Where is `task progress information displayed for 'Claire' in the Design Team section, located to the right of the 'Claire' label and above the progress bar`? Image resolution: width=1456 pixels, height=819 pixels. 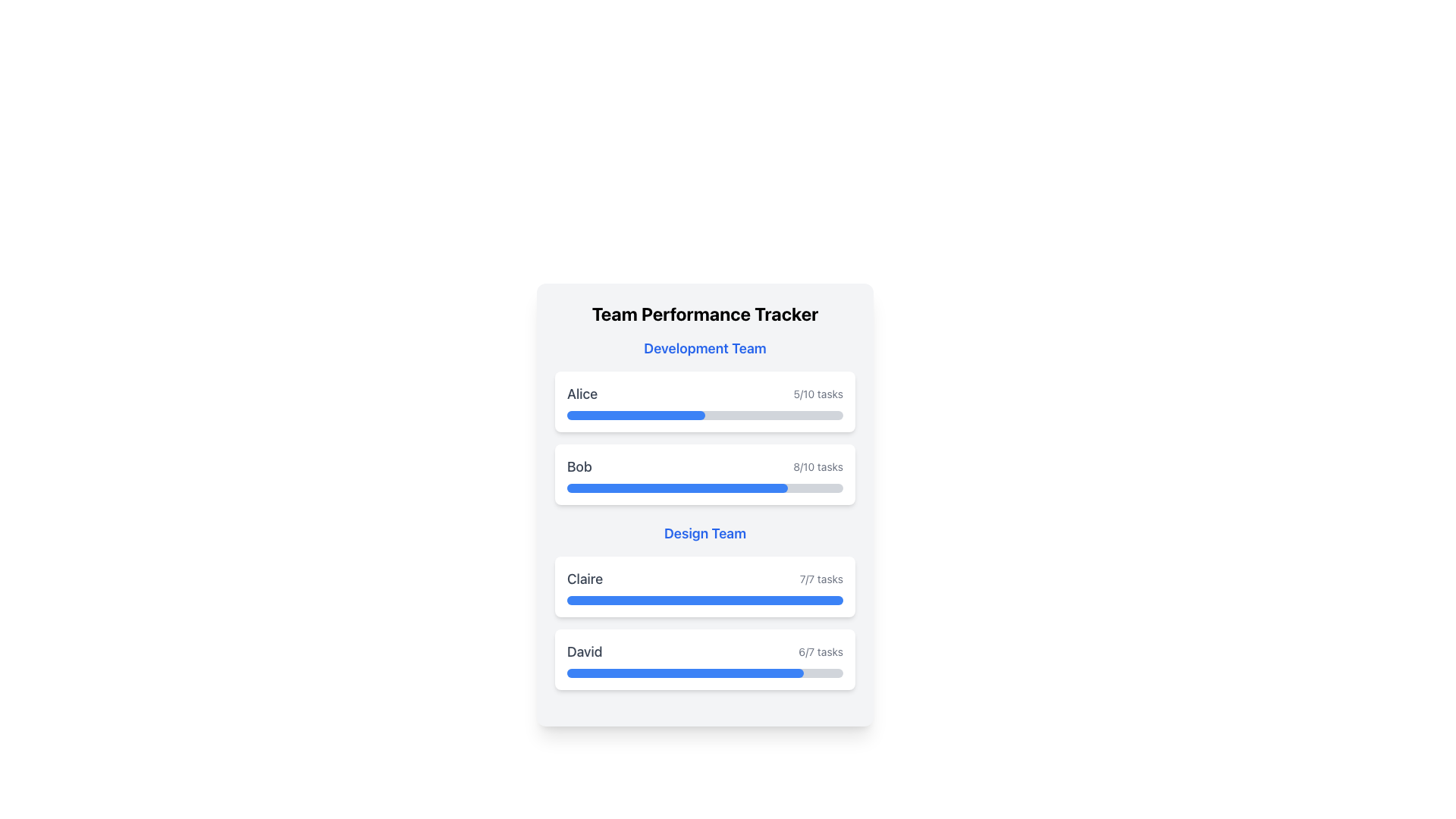
task progress information displayed for 'Claire' in the Design Team section, located to the right of the 'Claire' label and above the progress bar is located at coordinates (821, 579).